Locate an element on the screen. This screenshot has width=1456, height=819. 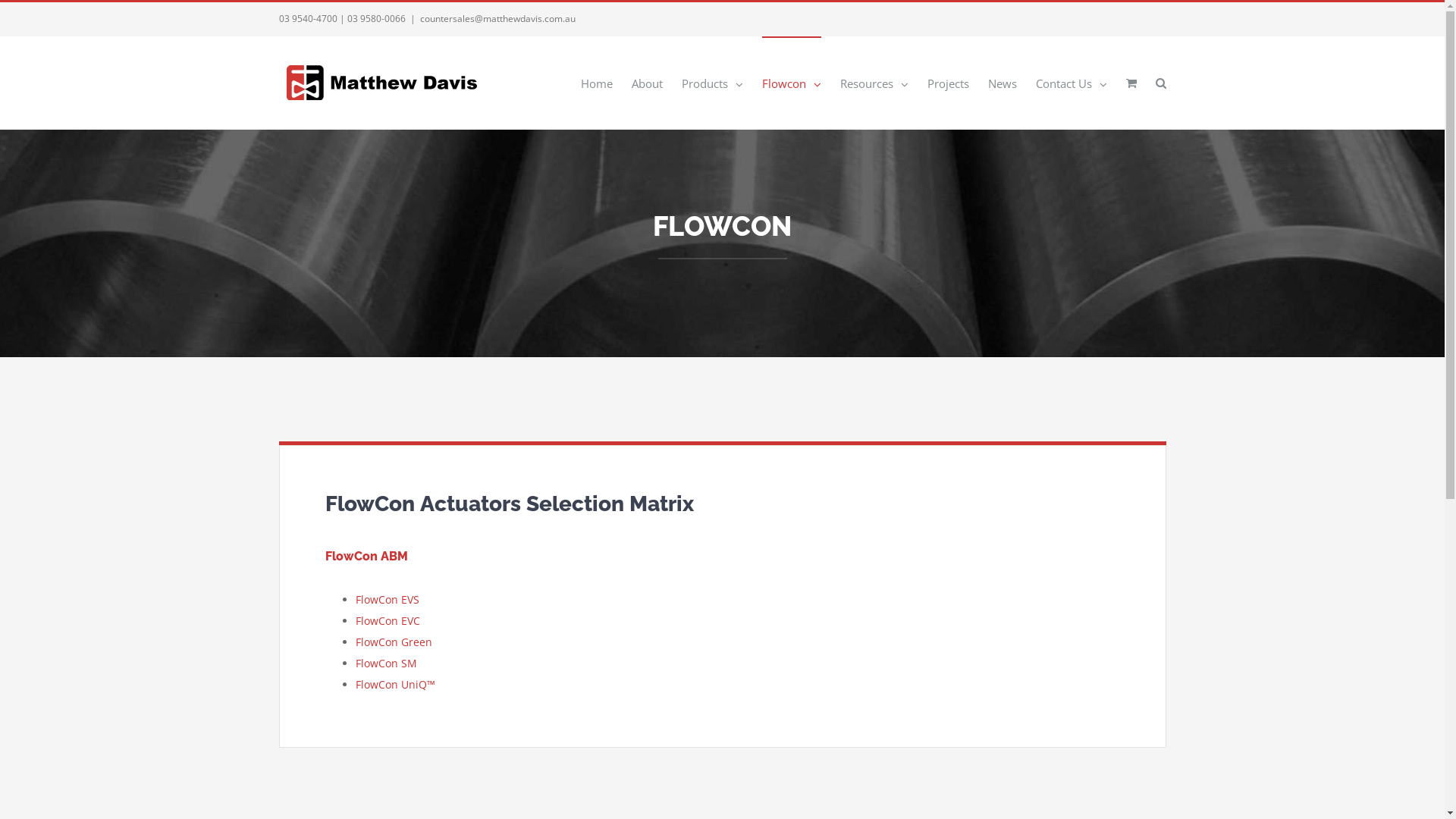
'FlowCon SM' is located at coordinates (385, 662).